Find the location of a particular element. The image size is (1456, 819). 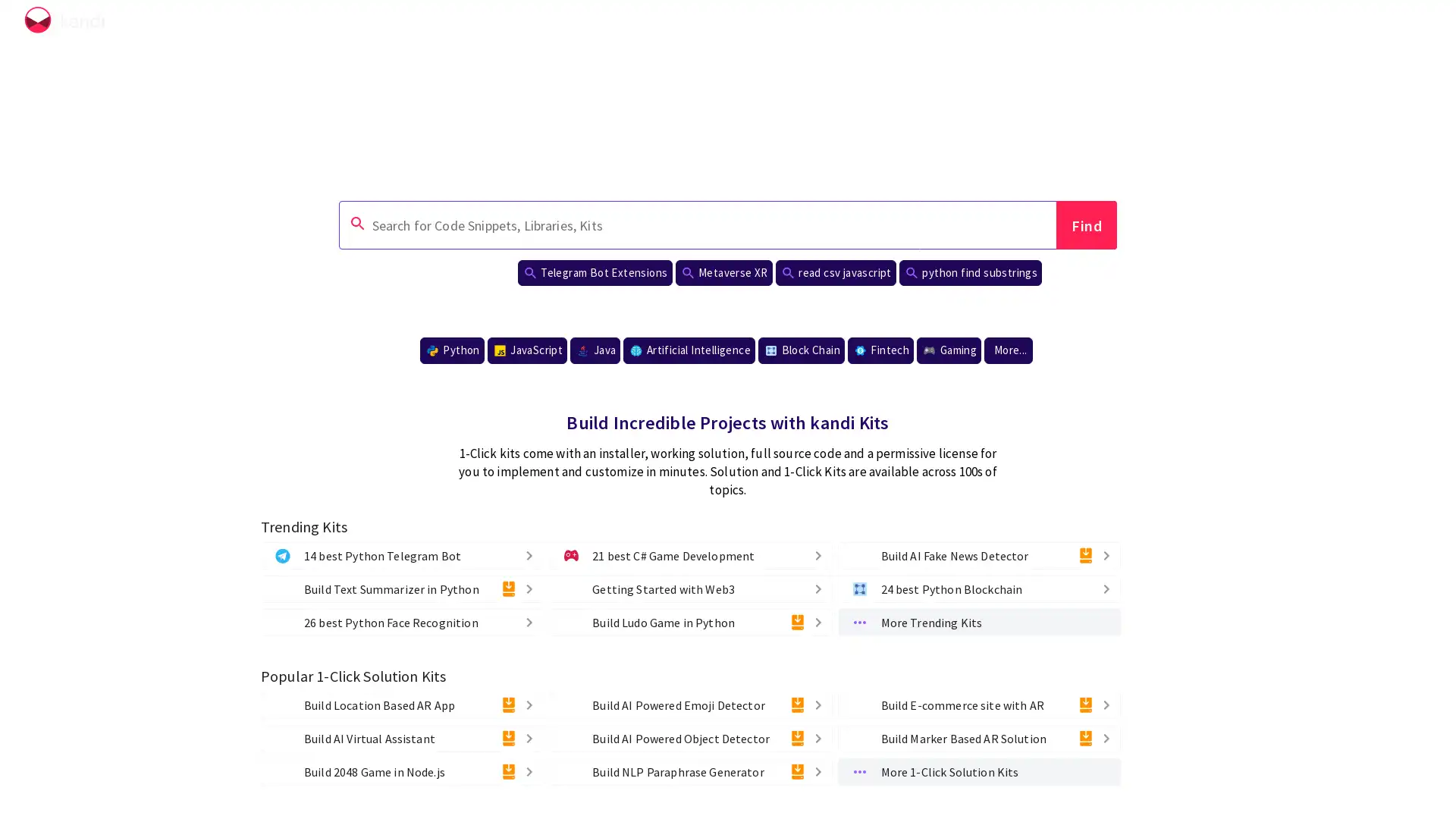

delete is located at coordinates (517, 622).